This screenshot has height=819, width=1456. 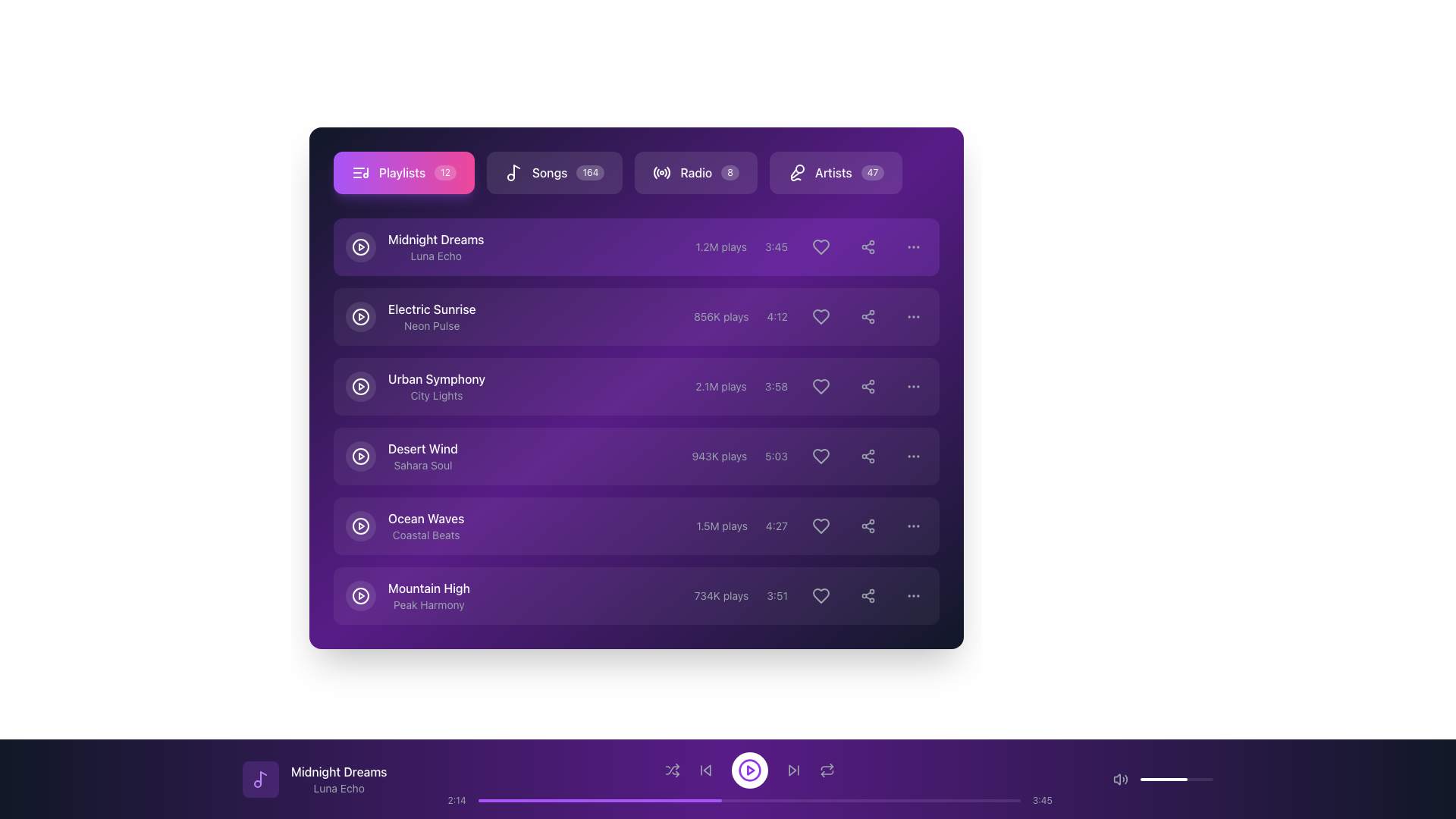 What do you see at coordinates (868, 595) in the screenshot?
I see `the share icon button located in the row for the song 'Mountain High' in the playlist interface` at bounding box center [868, 595].